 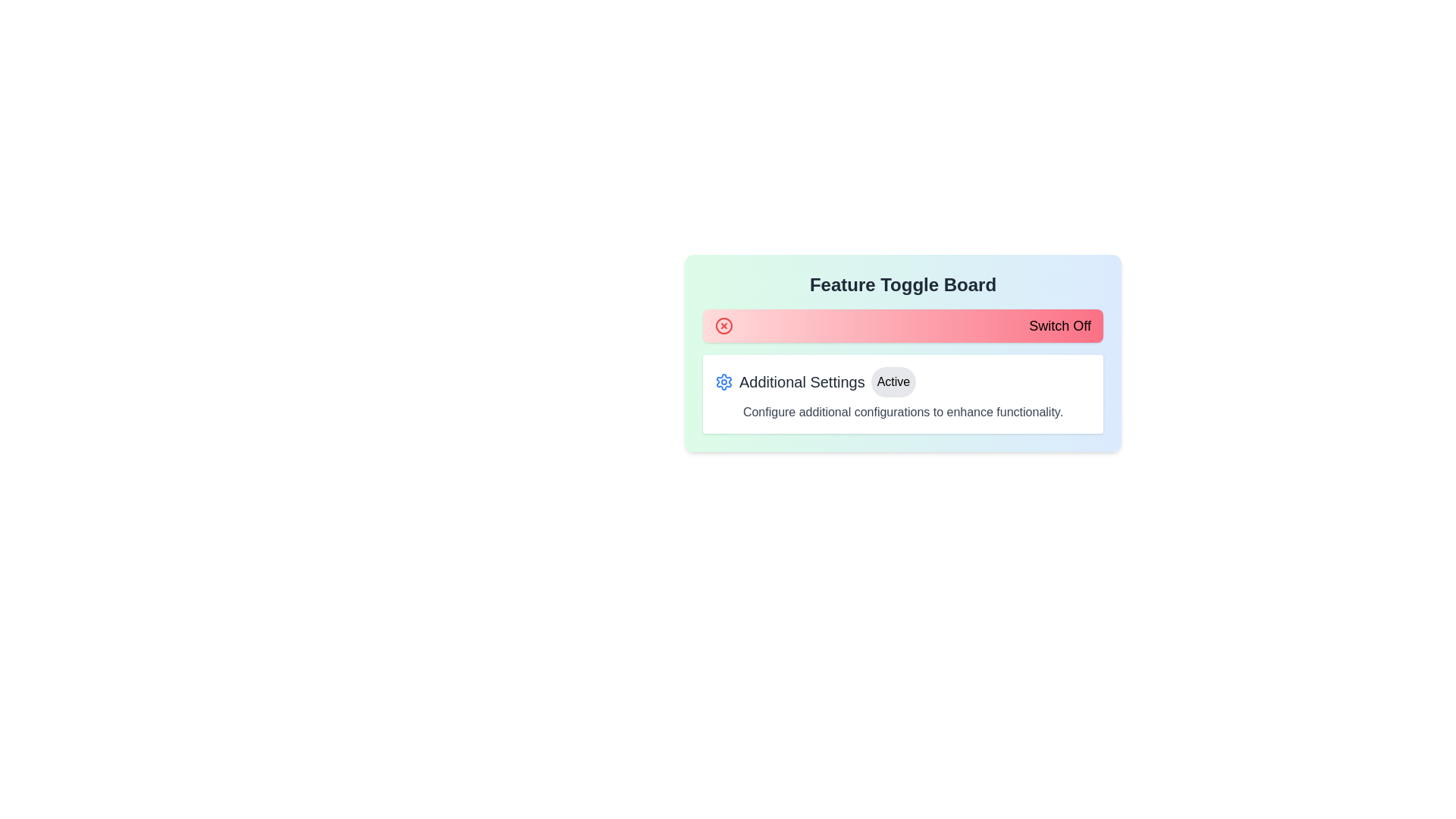 What do you see at coordinates (902, 394) in the screenshot?
I see `the 'Active' status button on the 'Additional Settings' component` at bounding box center [902, 394].